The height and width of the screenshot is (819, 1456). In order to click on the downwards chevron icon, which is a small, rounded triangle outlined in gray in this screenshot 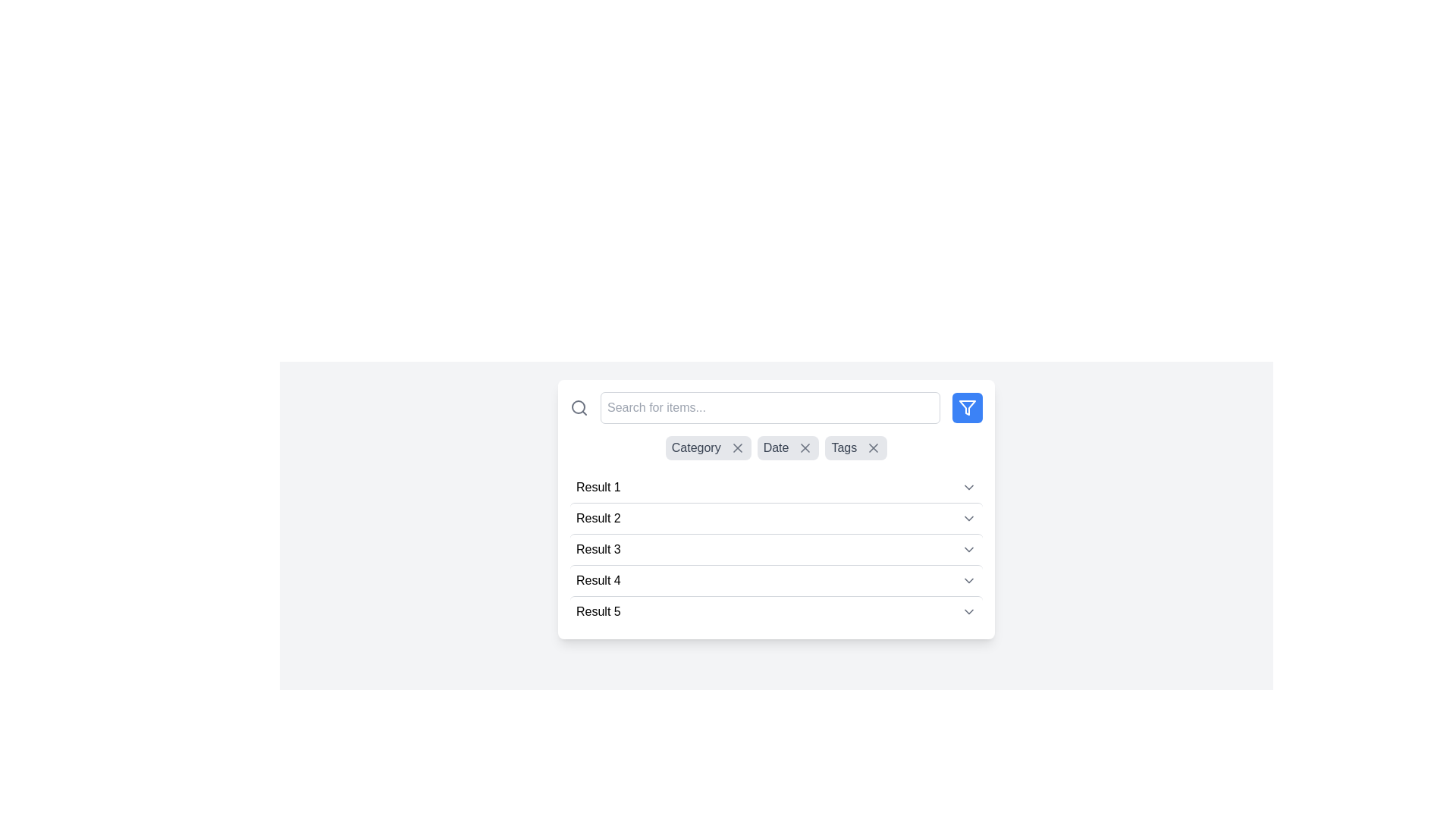, I will do `click(968, 550)`.